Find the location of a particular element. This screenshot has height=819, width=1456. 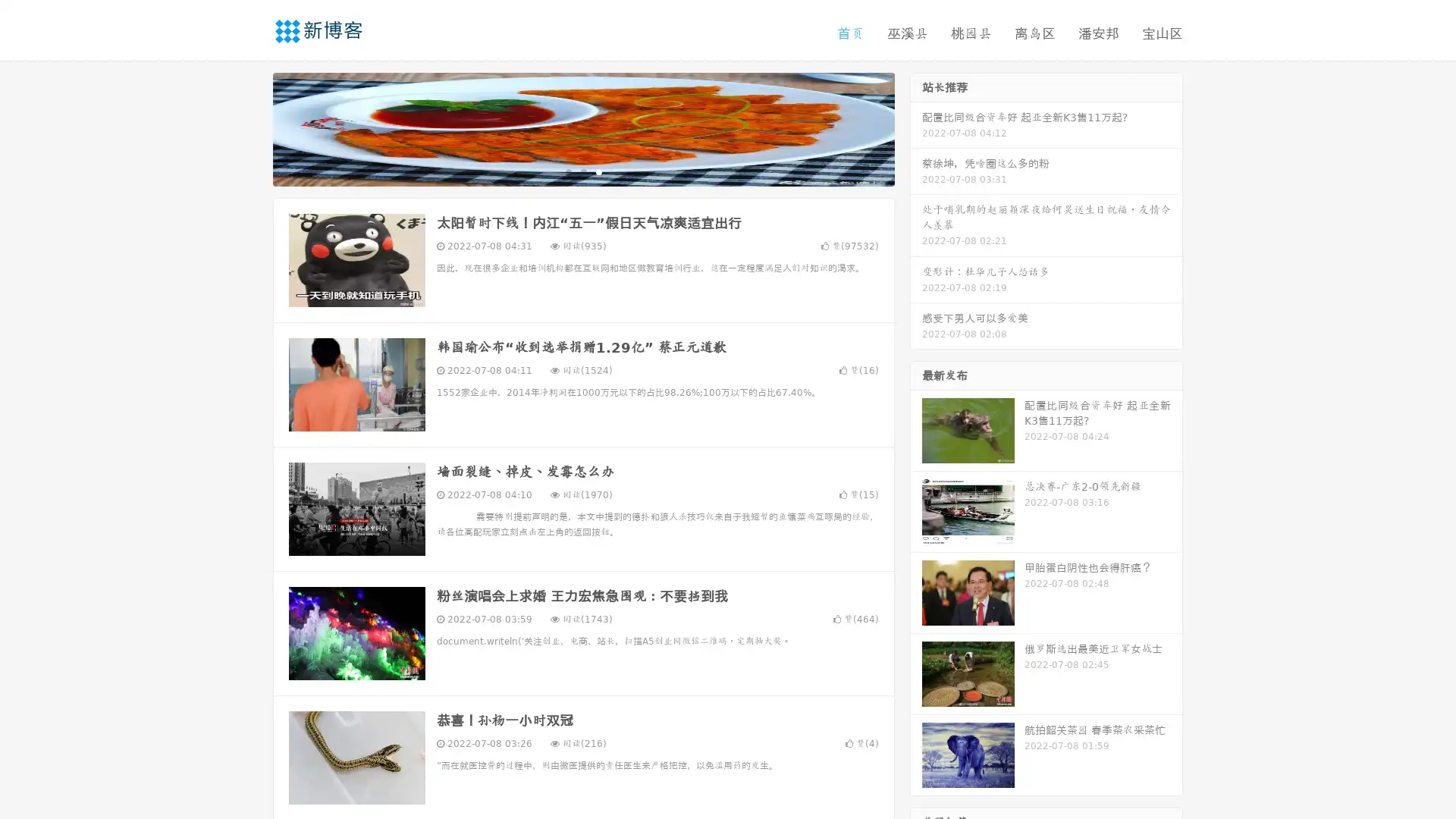

Previous slide is located at coordinates (250, 127).